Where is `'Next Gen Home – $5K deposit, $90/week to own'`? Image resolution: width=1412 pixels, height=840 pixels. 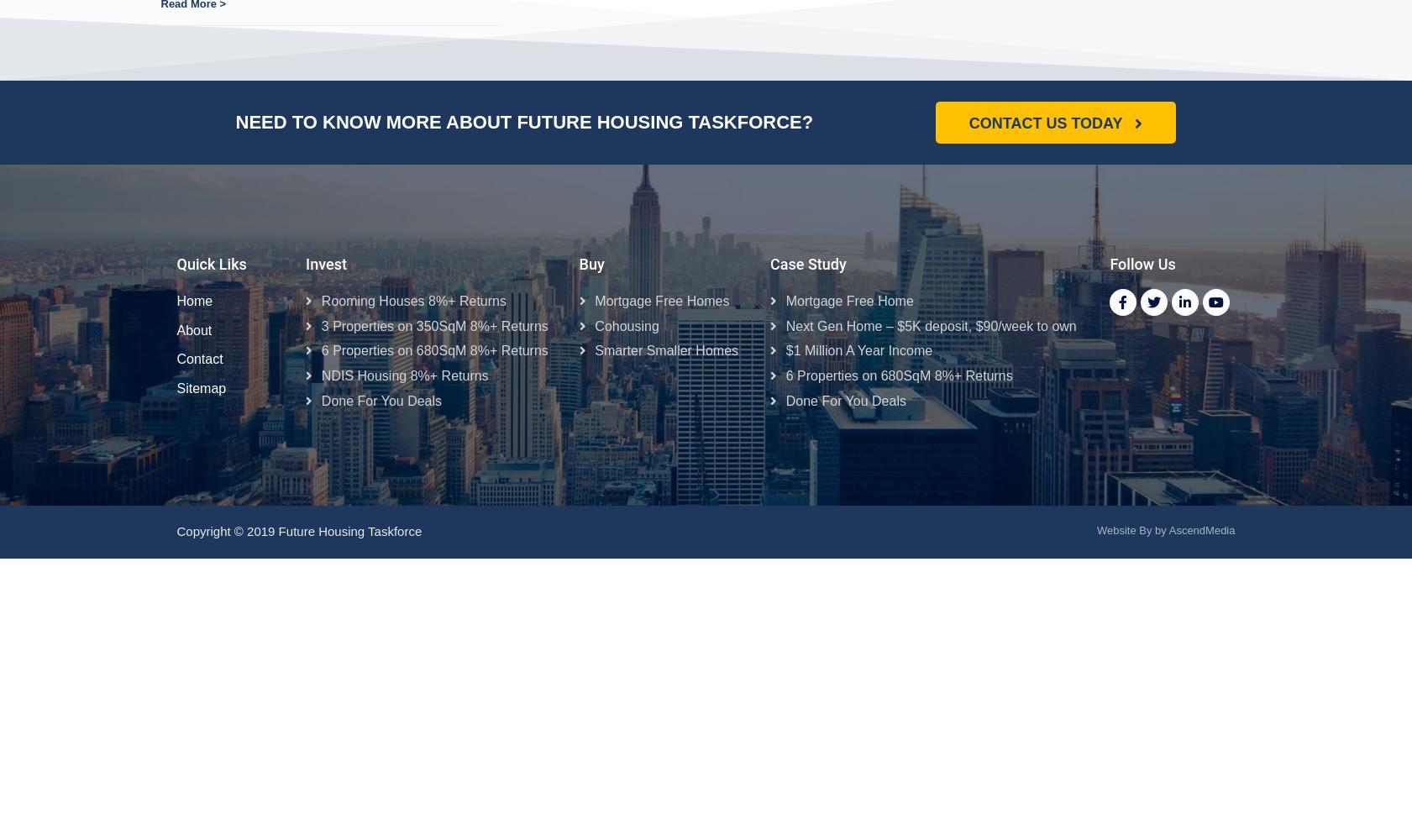 'Next Gen Home – $5K deposit, $90/week to own' is located at coordinates (937, 325).